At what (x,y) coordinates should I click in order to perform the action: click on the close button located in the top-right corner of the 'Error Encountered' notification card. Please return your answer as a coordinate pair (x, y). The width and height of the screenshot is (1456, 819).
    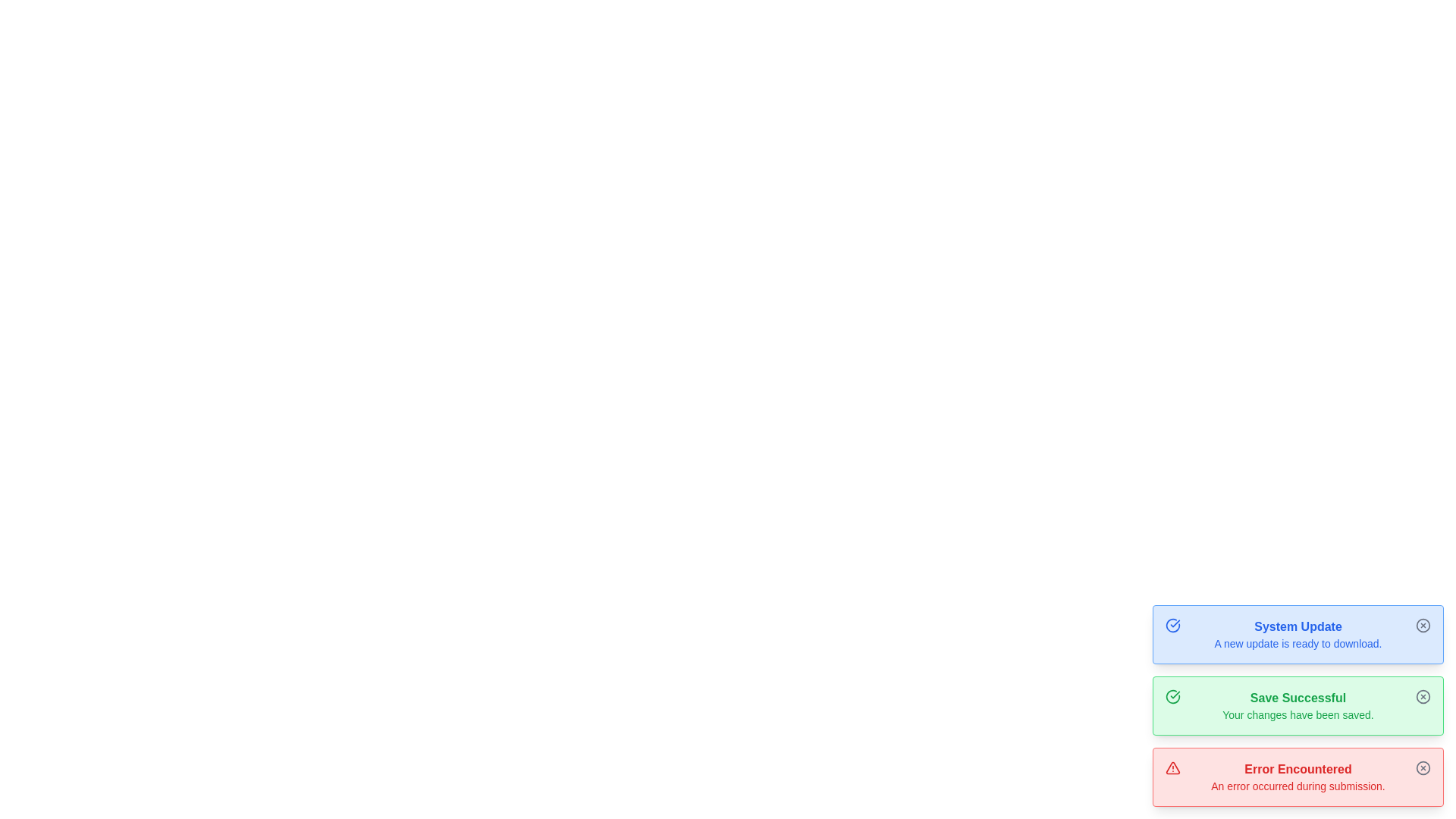
    Looking at the image, I should click on (1422, 768).